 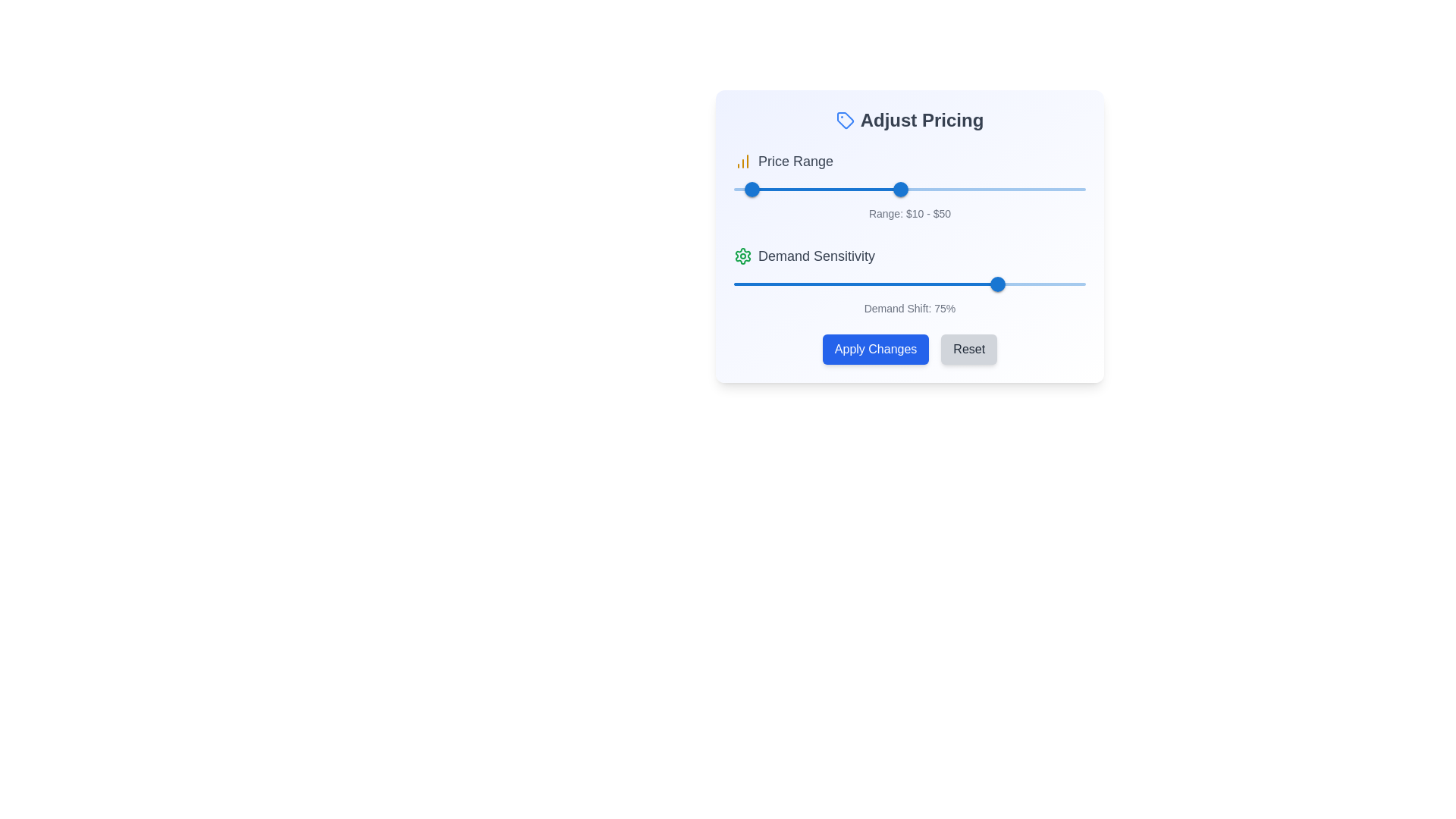 I want to click on the Text Label element displaying 'Demand Shift: 75%' located beneath the slider in the 'Demand Sensitivity' section, so click(x=910, y=308).